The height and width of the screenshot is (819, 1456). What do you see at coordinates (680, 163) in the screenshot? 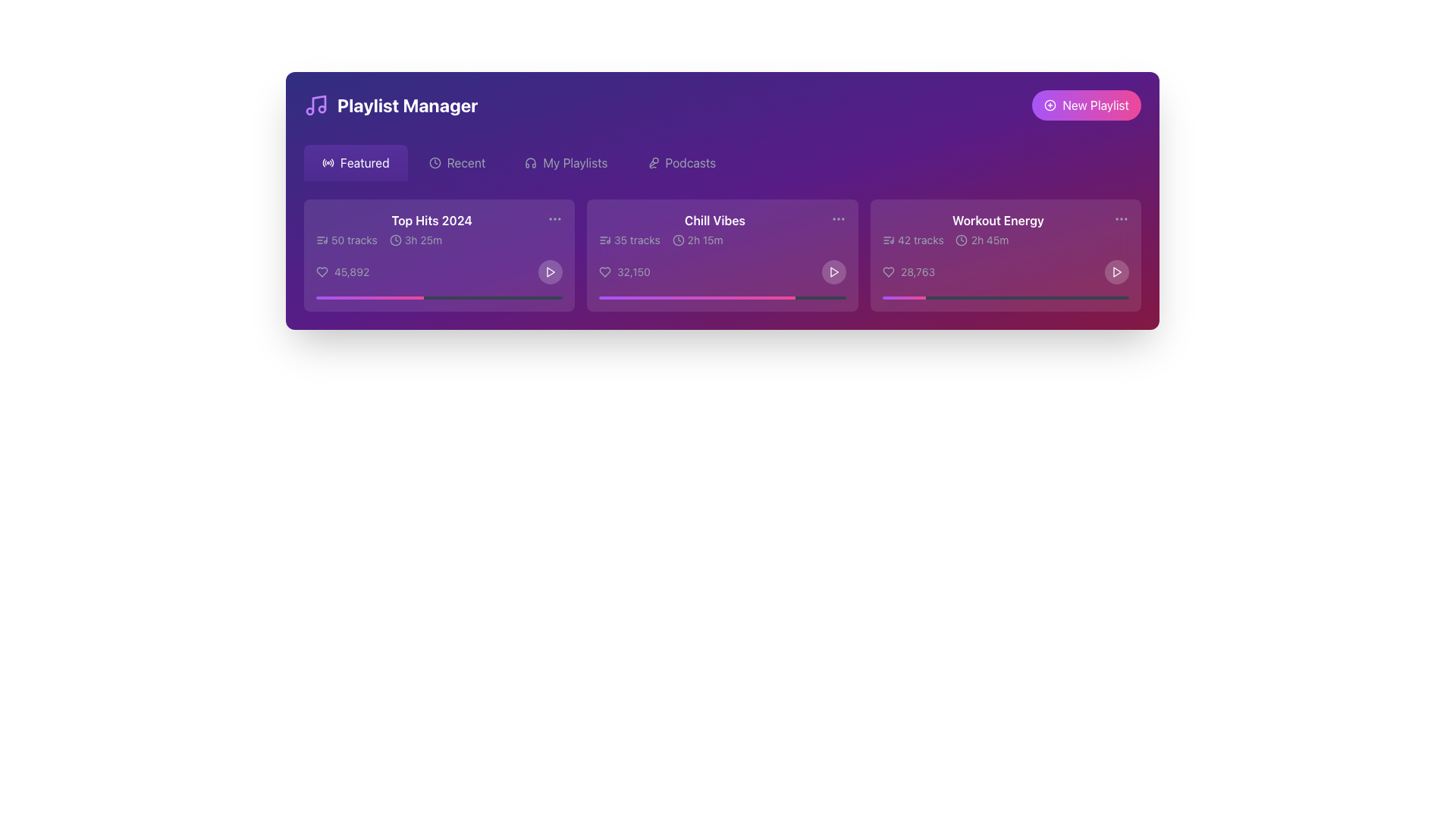
I see `keyboard navigation` at bounding box center [680, 163].